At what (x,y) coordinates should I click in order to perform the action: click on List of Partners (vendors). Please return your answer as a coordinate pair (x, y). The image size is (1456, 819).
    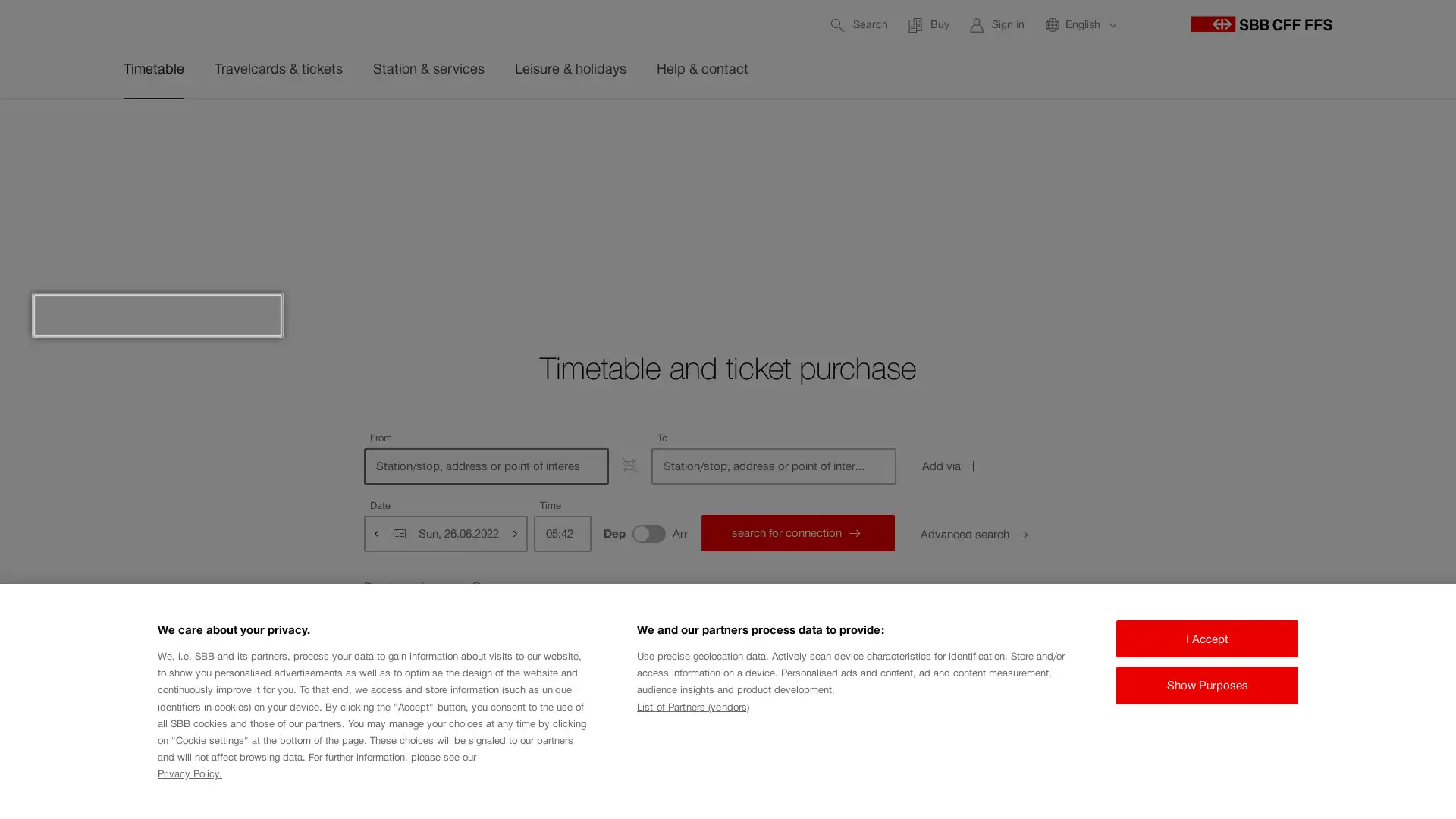
    Looking at the image, I should click on (692, 707).